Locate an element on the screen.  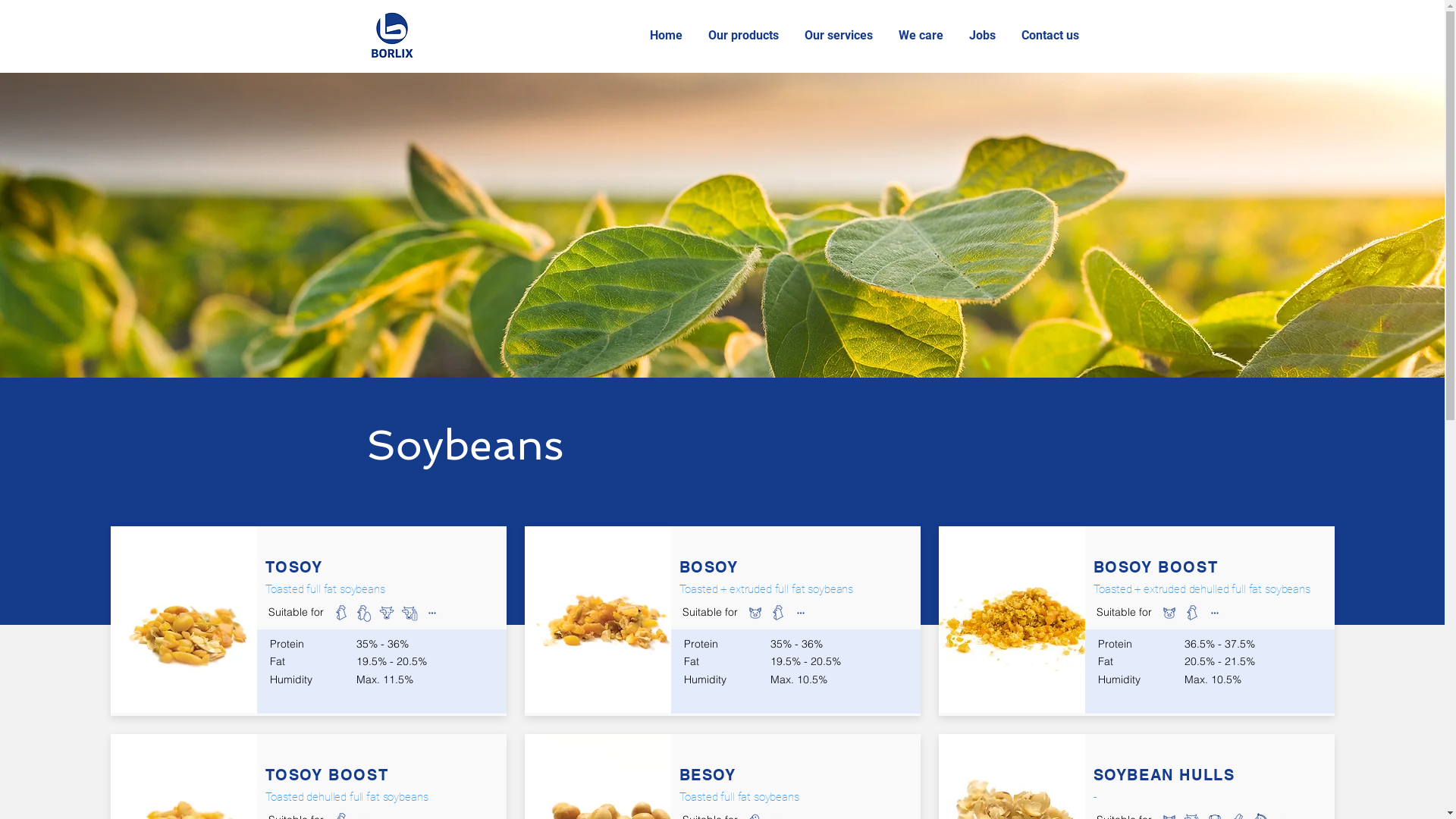
'Dairy cows' is located at coordinates (821, 610).